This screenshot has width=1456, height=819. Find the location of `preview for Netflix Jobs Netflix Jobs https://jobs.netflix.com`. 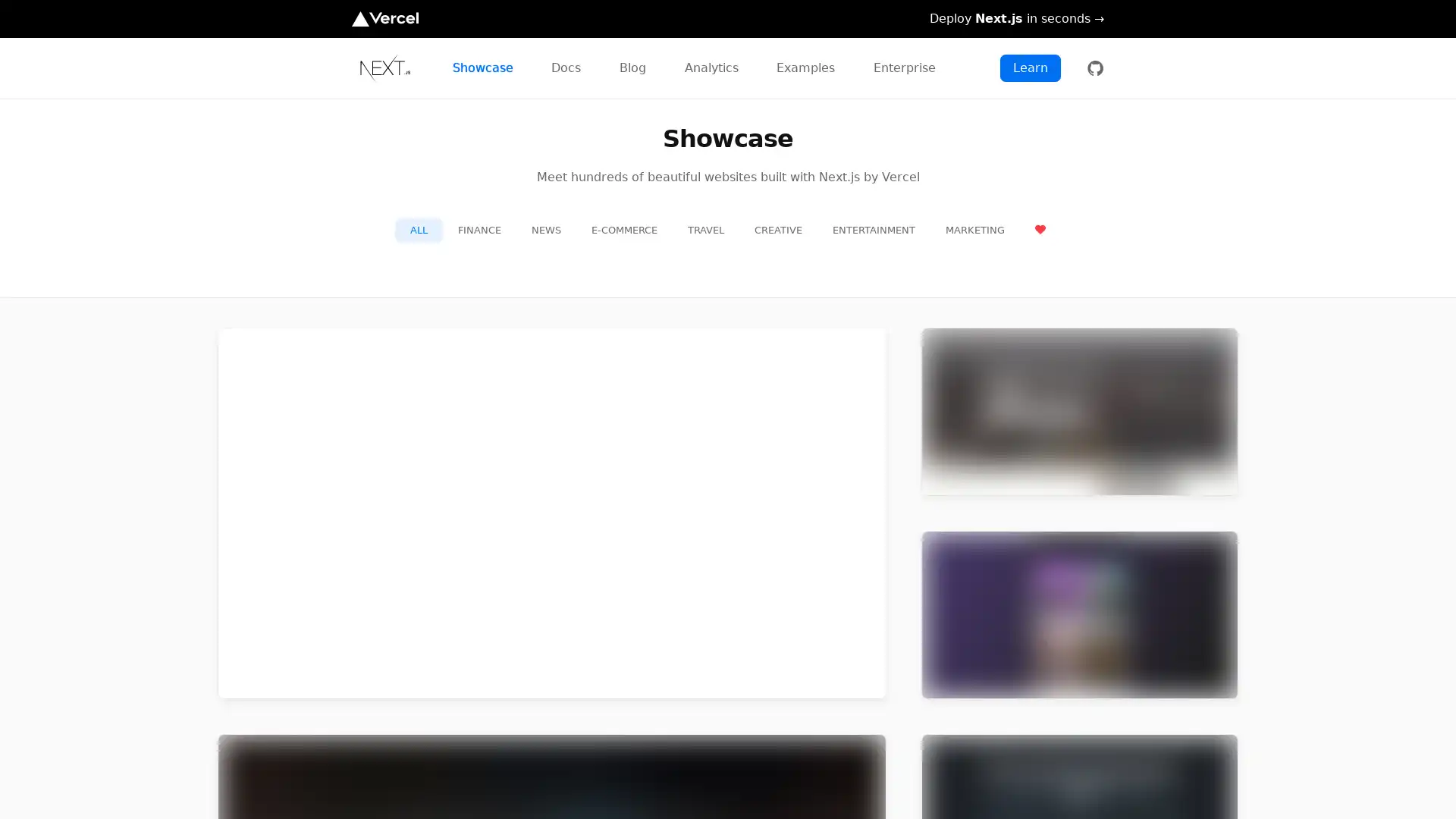

preview for Netflix Jobs Netflix Jobs https://jobs.netflix.com is located at coordinates (1079, 411).